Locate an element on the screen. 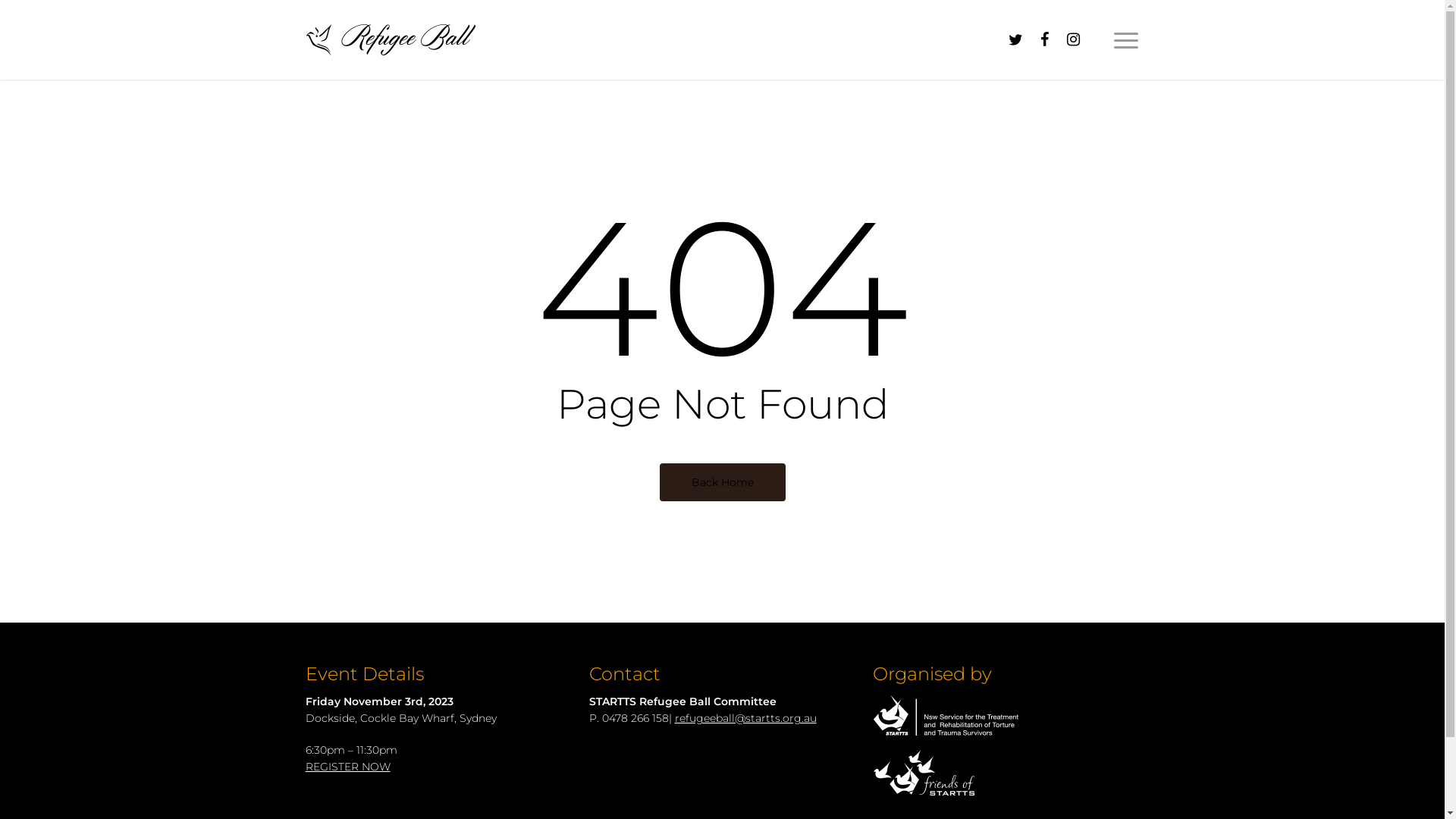  'Menu' is located at coordinates (1125, 38).